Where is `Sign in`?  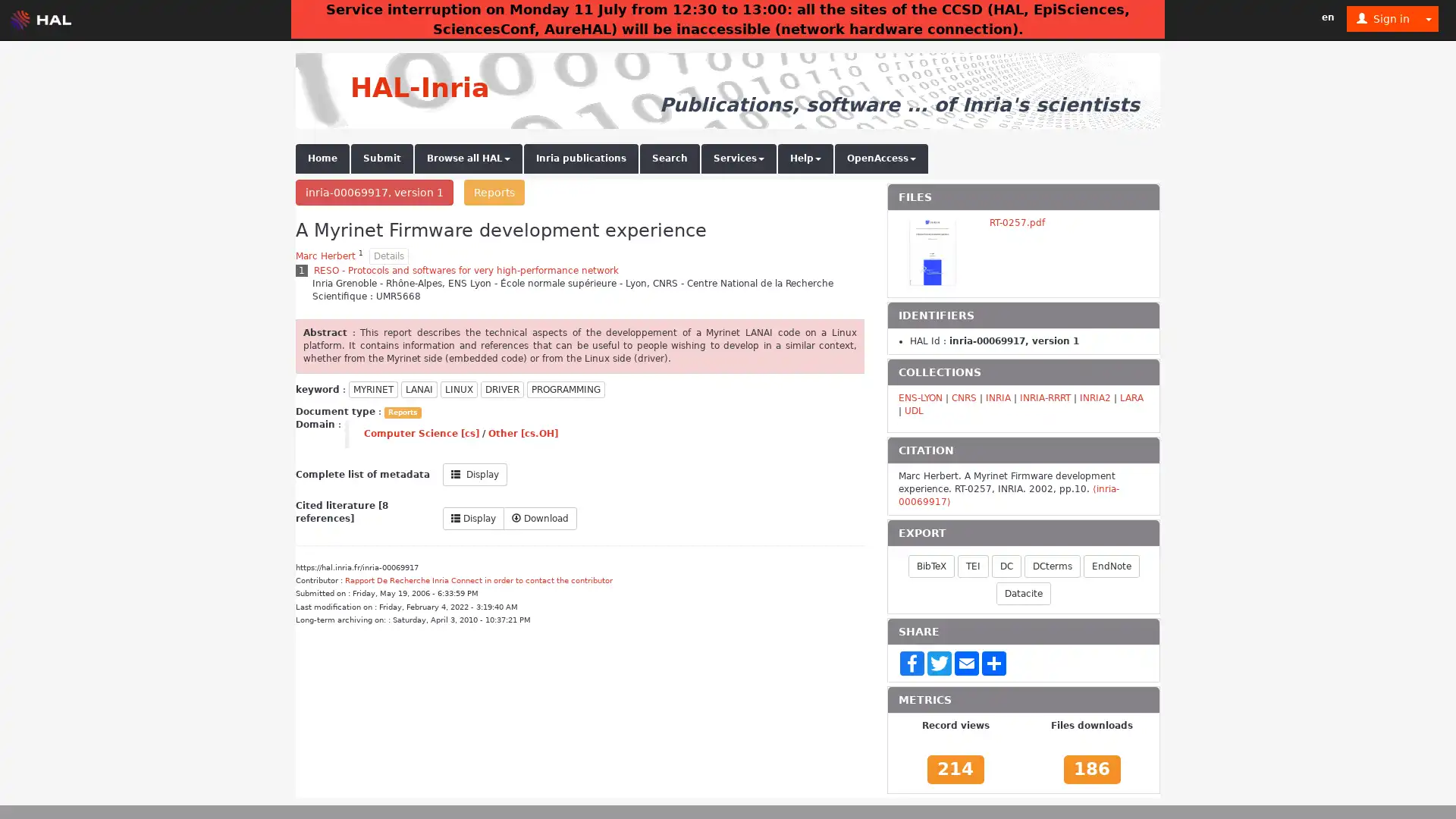 Sign in is located at coordinates (1383, 18).